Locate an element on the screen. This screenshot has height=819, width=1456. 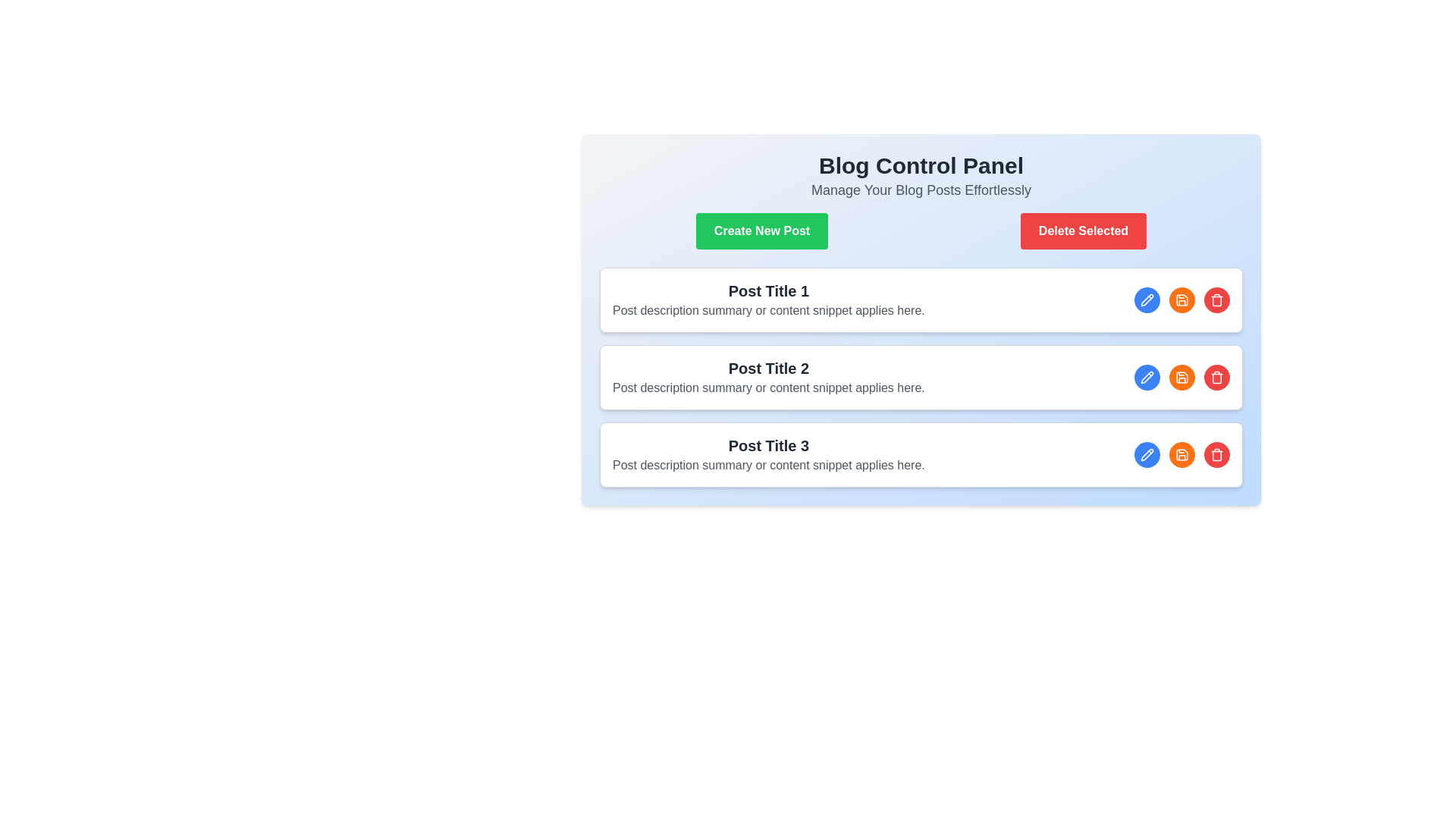
descriptive text block styled in gray color located beneath the bold title 'Post Title 3' within the third card in the vertical list is located at coordinates (768, 464).